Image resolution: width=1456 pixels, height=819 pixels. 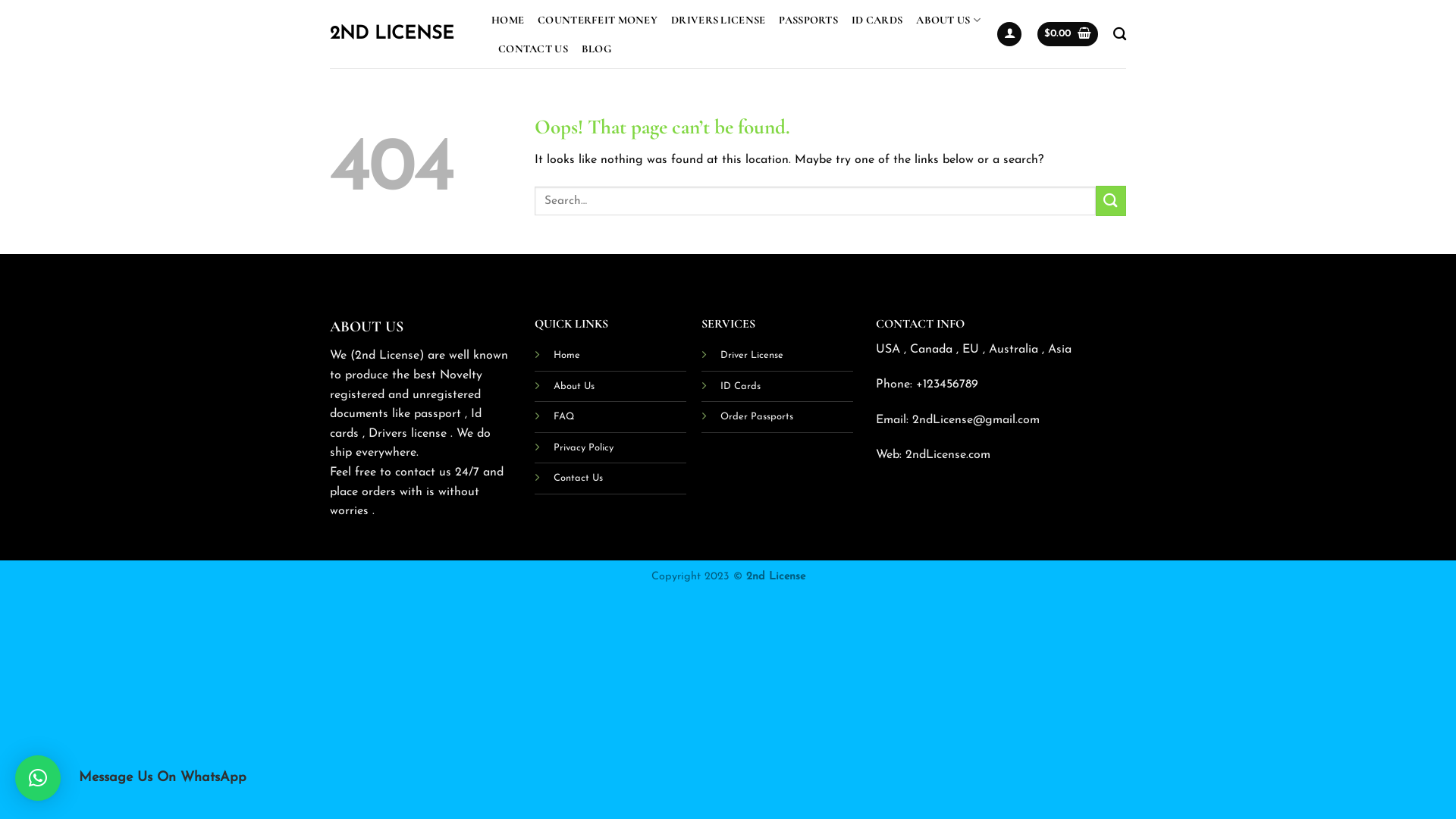 What do you see at coordinates (905, 454) in the screenshot?
I see `'2ndLicense.com'` at bounding box center [905, 454].